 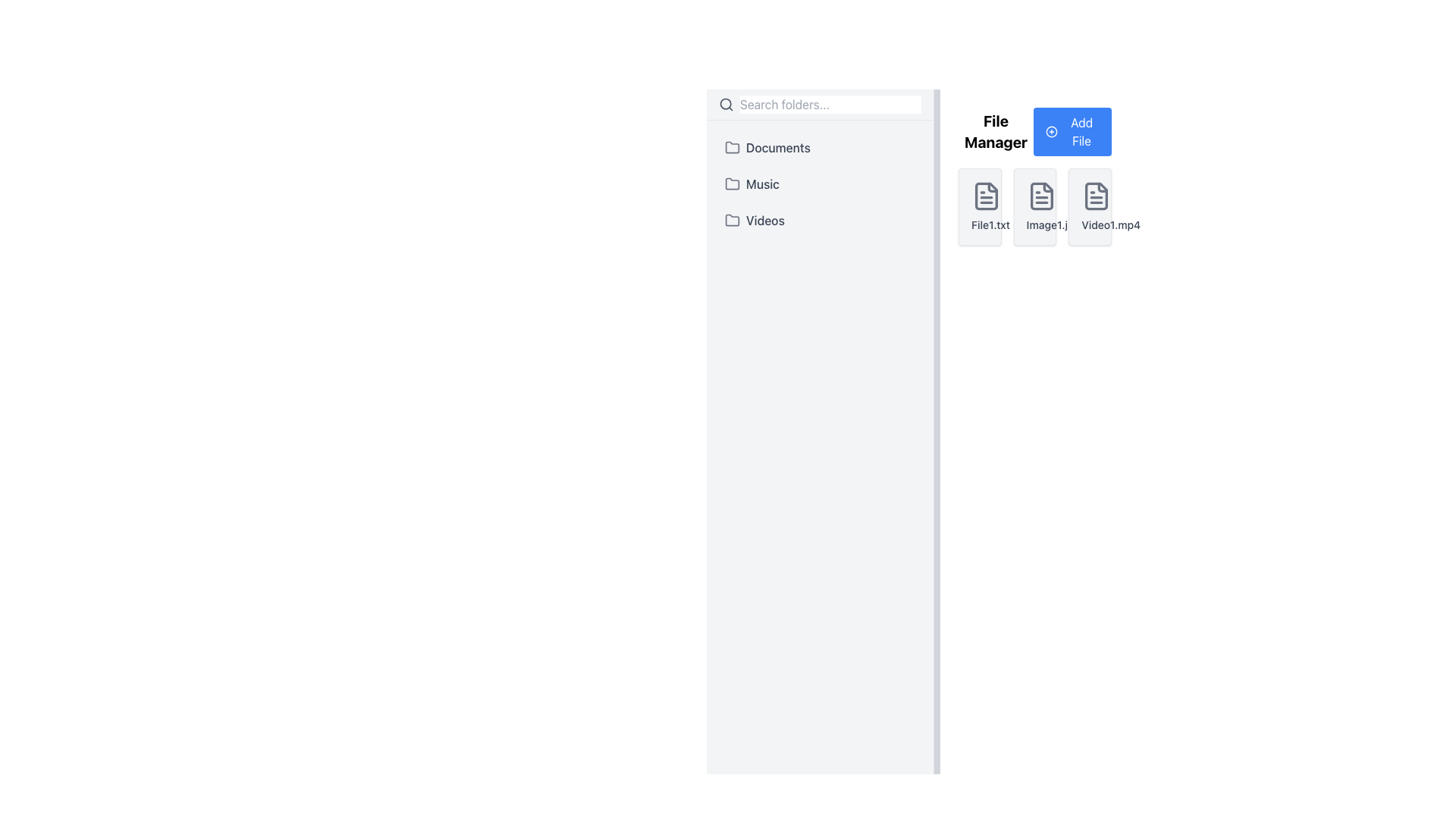 What do you see at coordinates (1040, 195) in the screenshot?
I see `the SVG icon representing the file named 'Image1.jpg'` at bounding box center [1040, 195].